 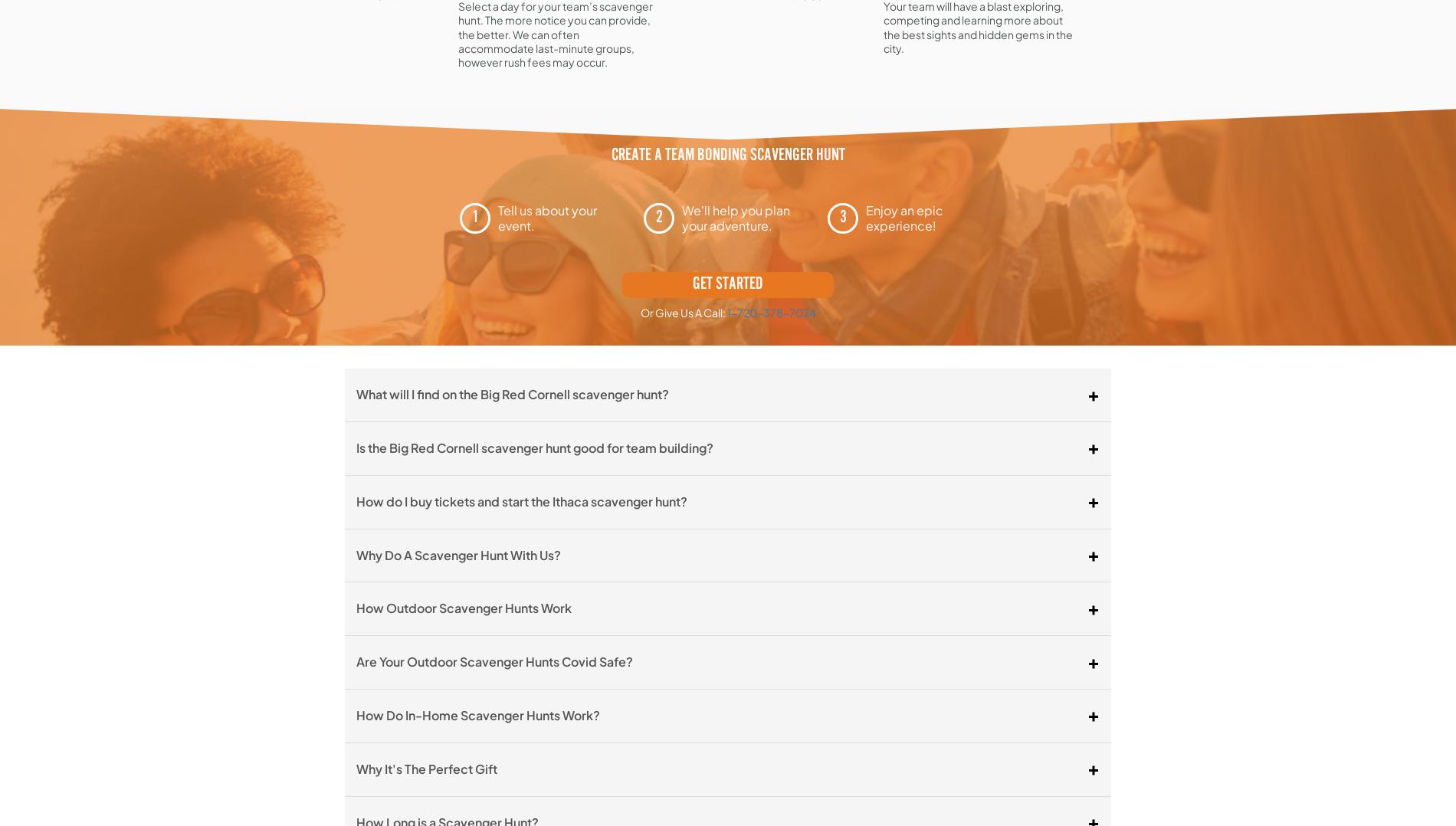 I want to click on 'Enjoy an epic experience!', so click(x=904, y=218).